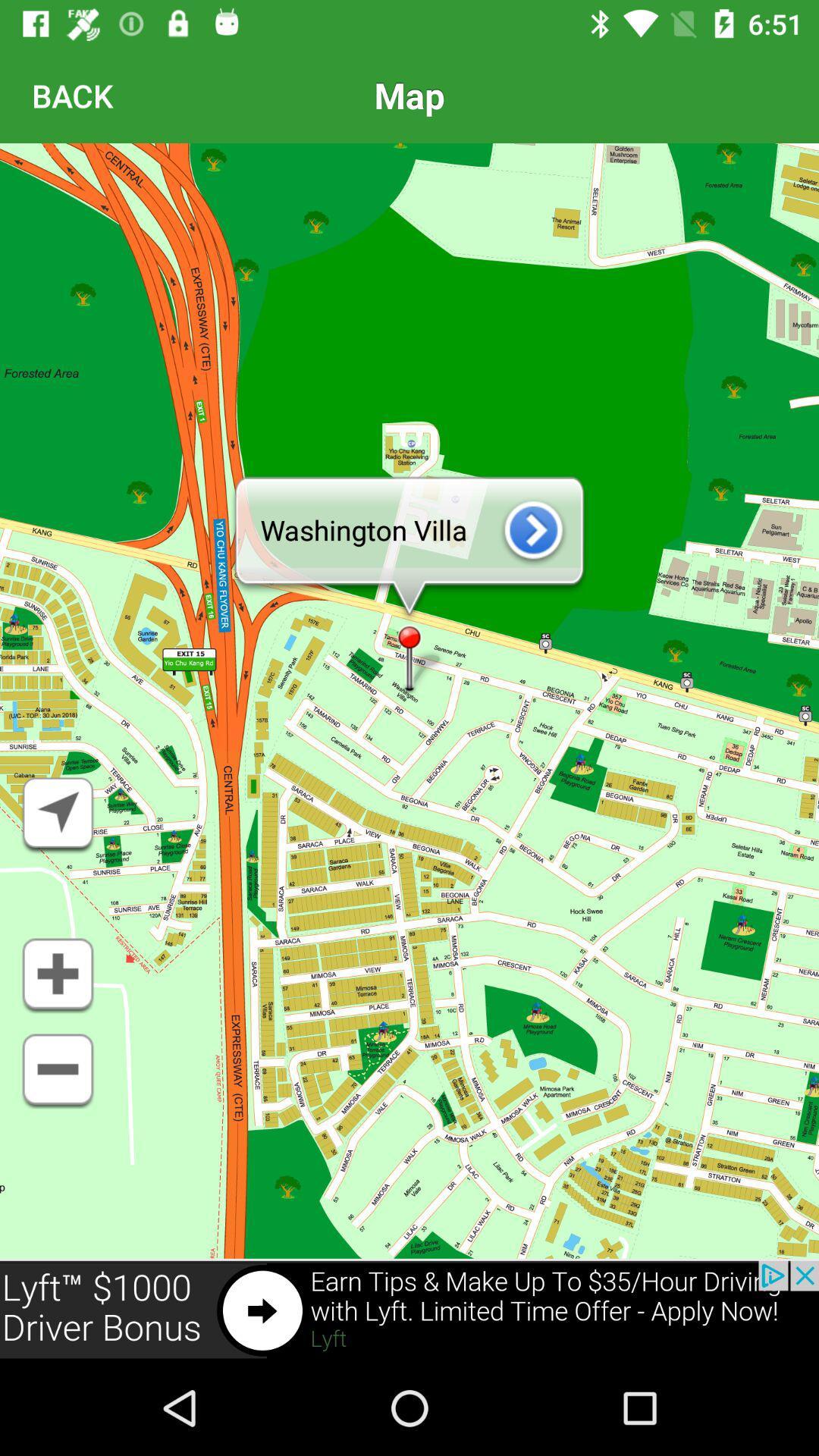  What do you see at coordinates (57, 975) in the screenshot?
I see `to favorites` at bounding box center [57, 975].